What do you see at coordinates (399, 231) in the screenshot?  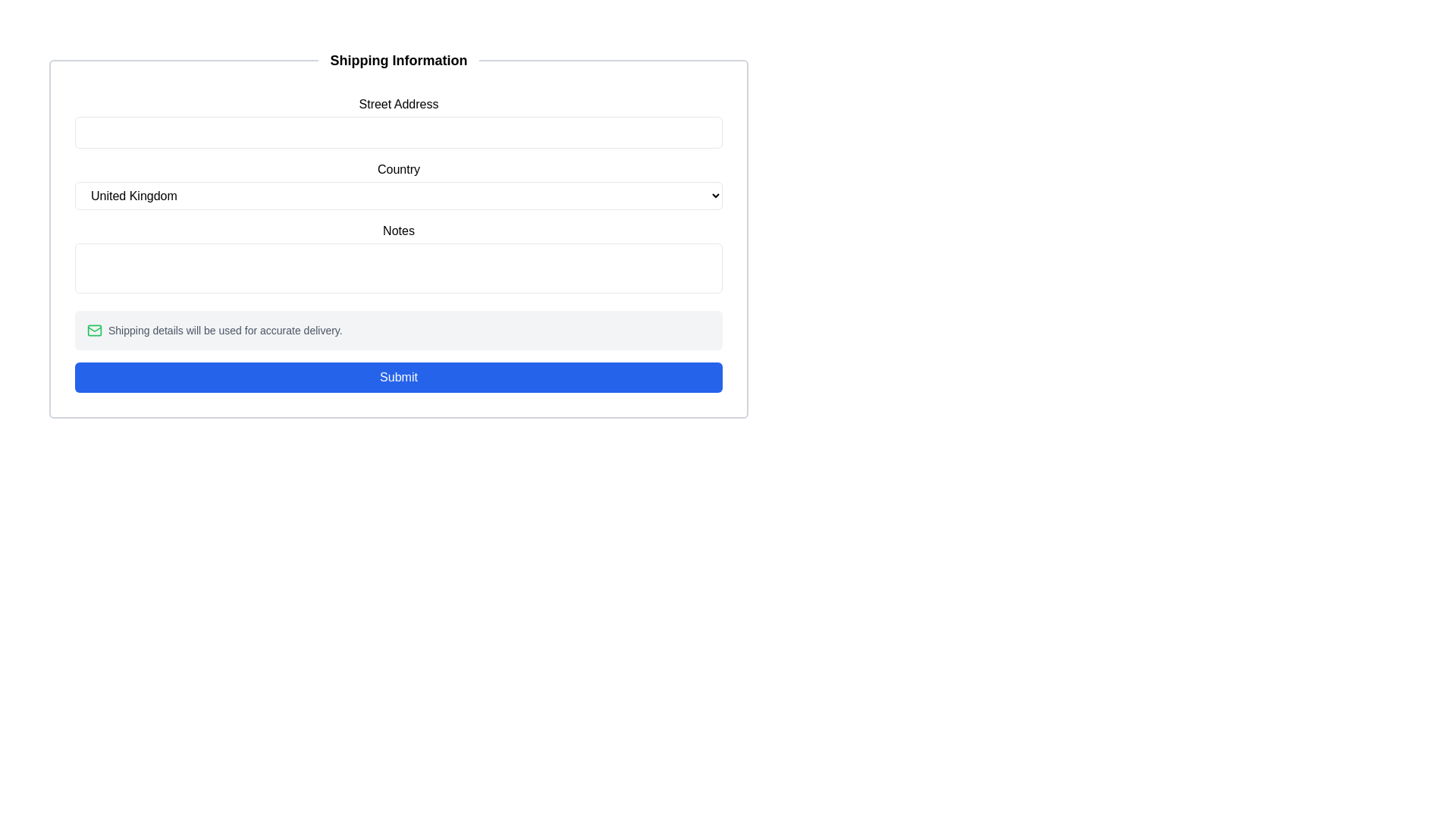 I see `the 'Notes' text label, which is positioned above the text area for user comments and slightly below the 'Country' dropdown` at bounding box center [399, 231].